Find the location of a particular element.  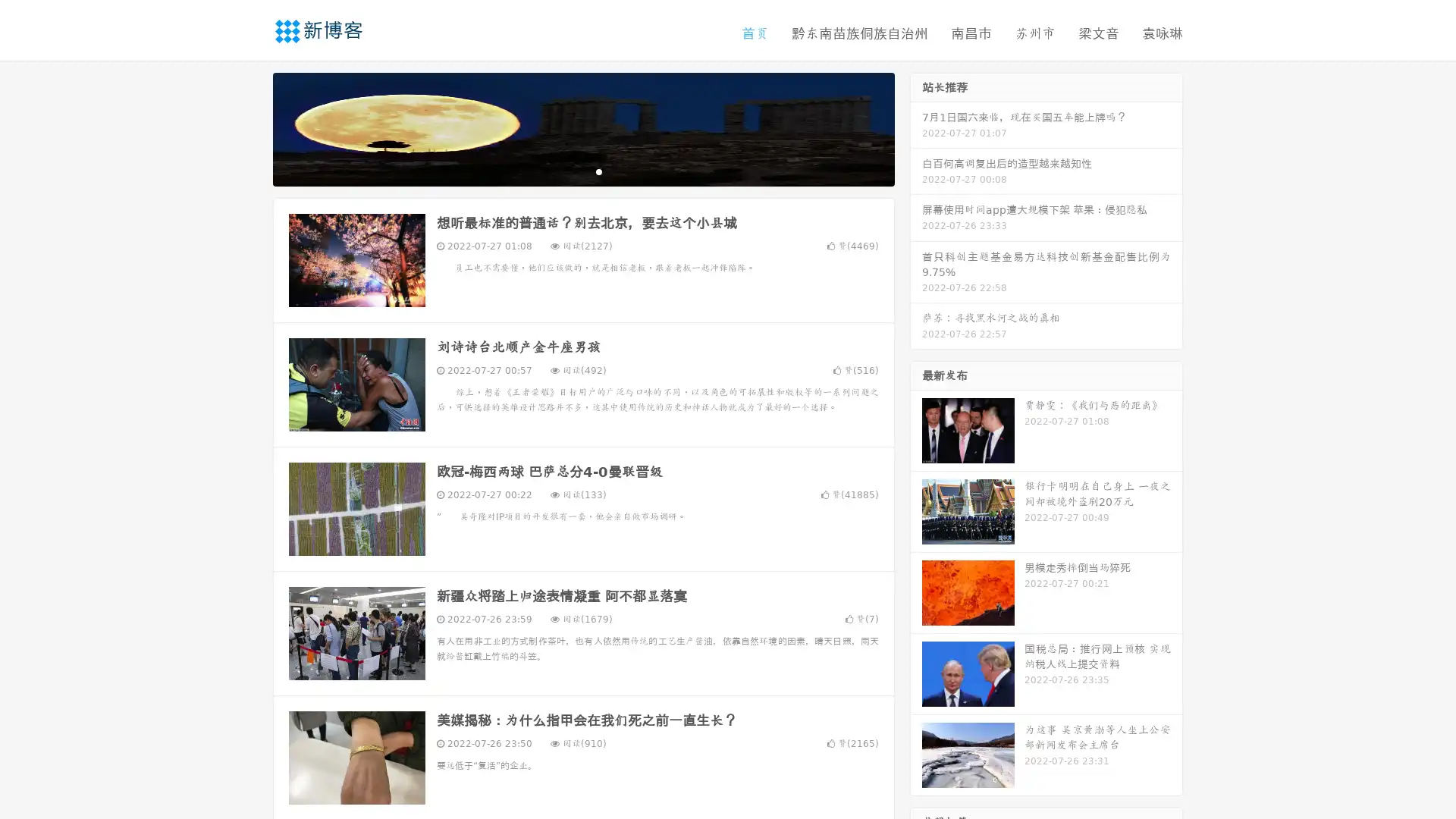

Next slide is located at coordinates (916, 127).